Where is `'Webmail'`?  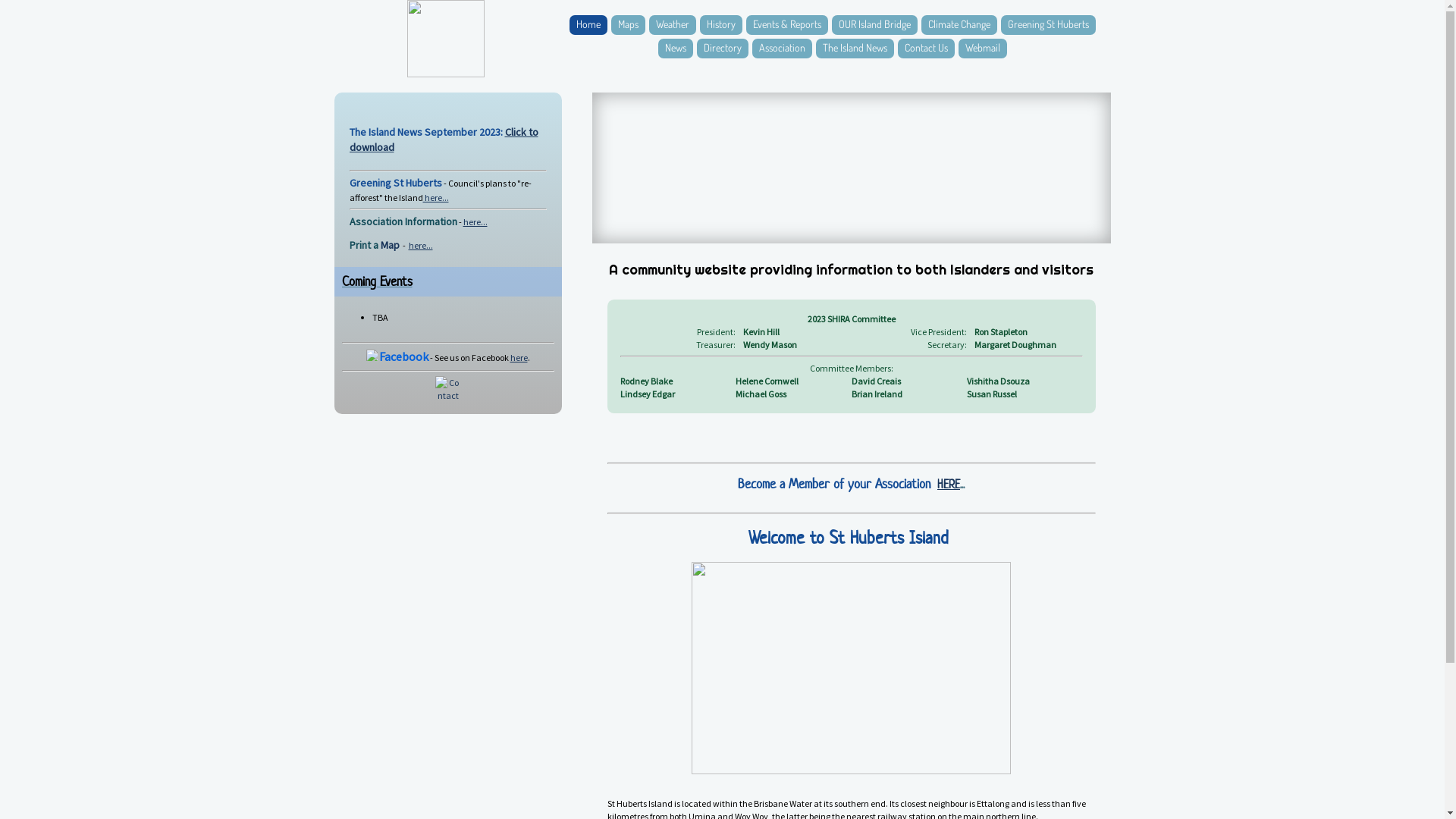 'Webmail' is located at coordinates (957, 48).